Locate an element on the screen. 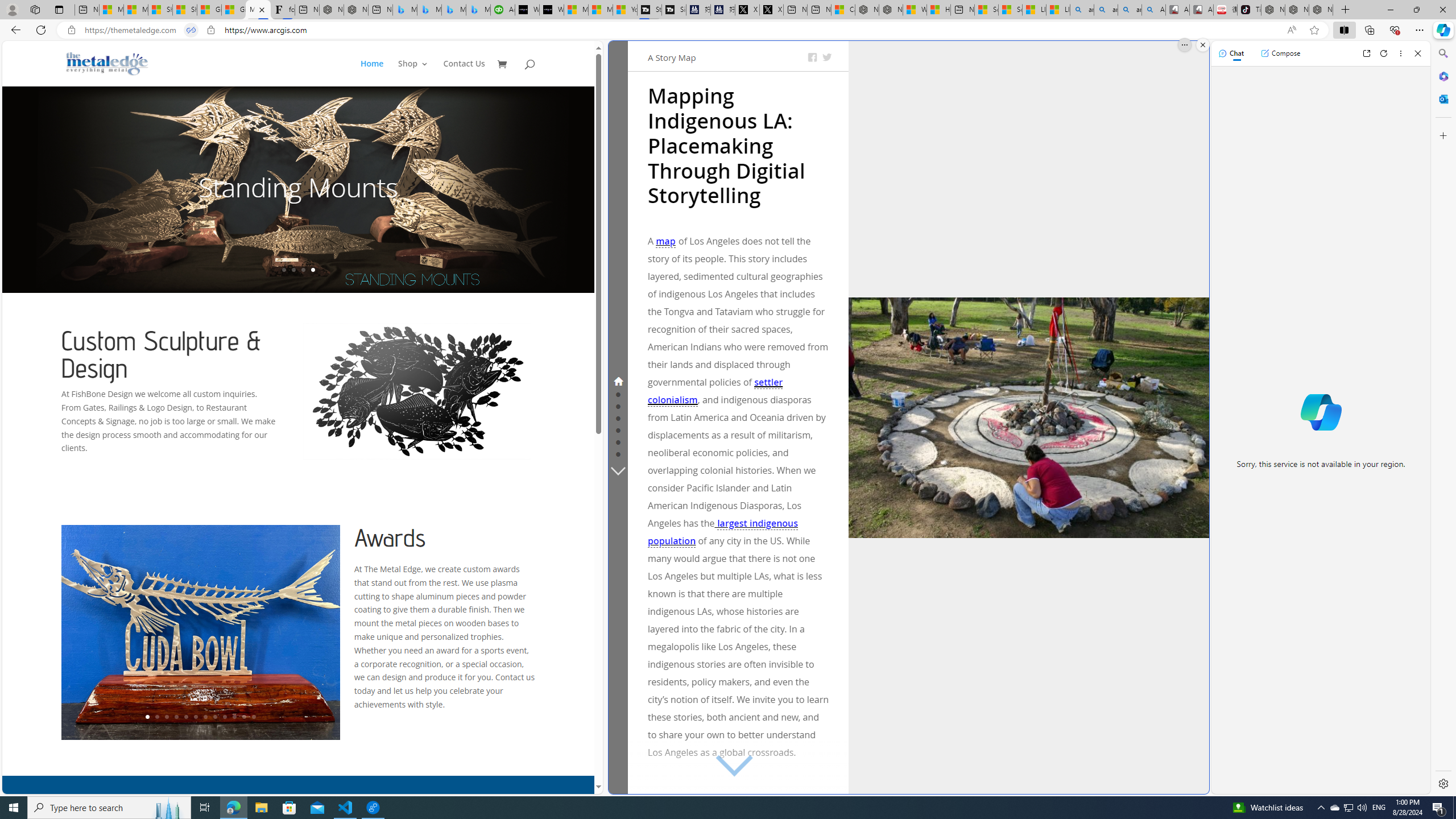 The height and width of the screenshot is (819, 1456). 'Share on Twitter' is located at coordinates (827, 57).